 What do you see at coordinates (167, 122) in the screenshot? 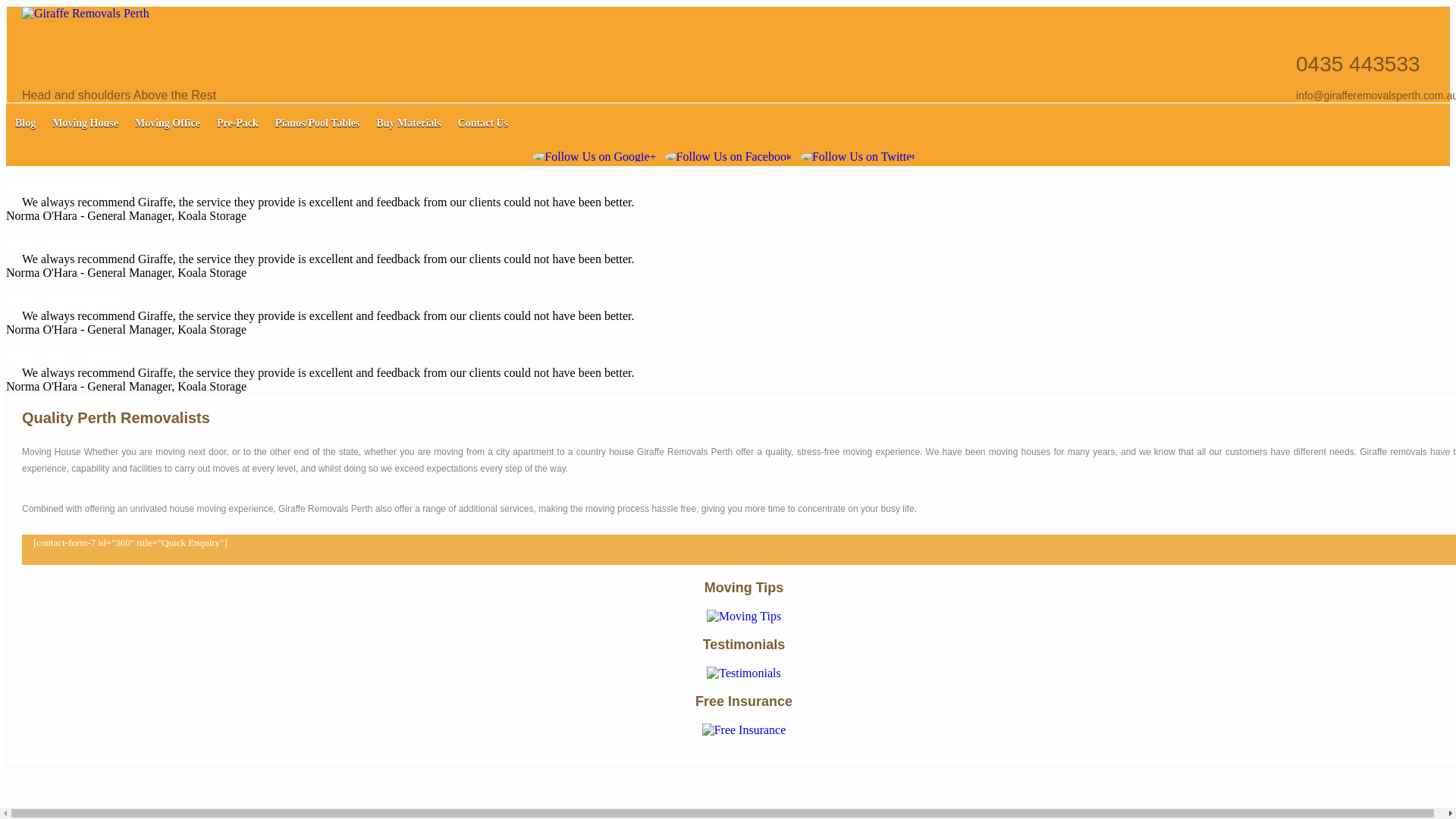
I see `'Moving Office'` at bounding box center [167, 122].